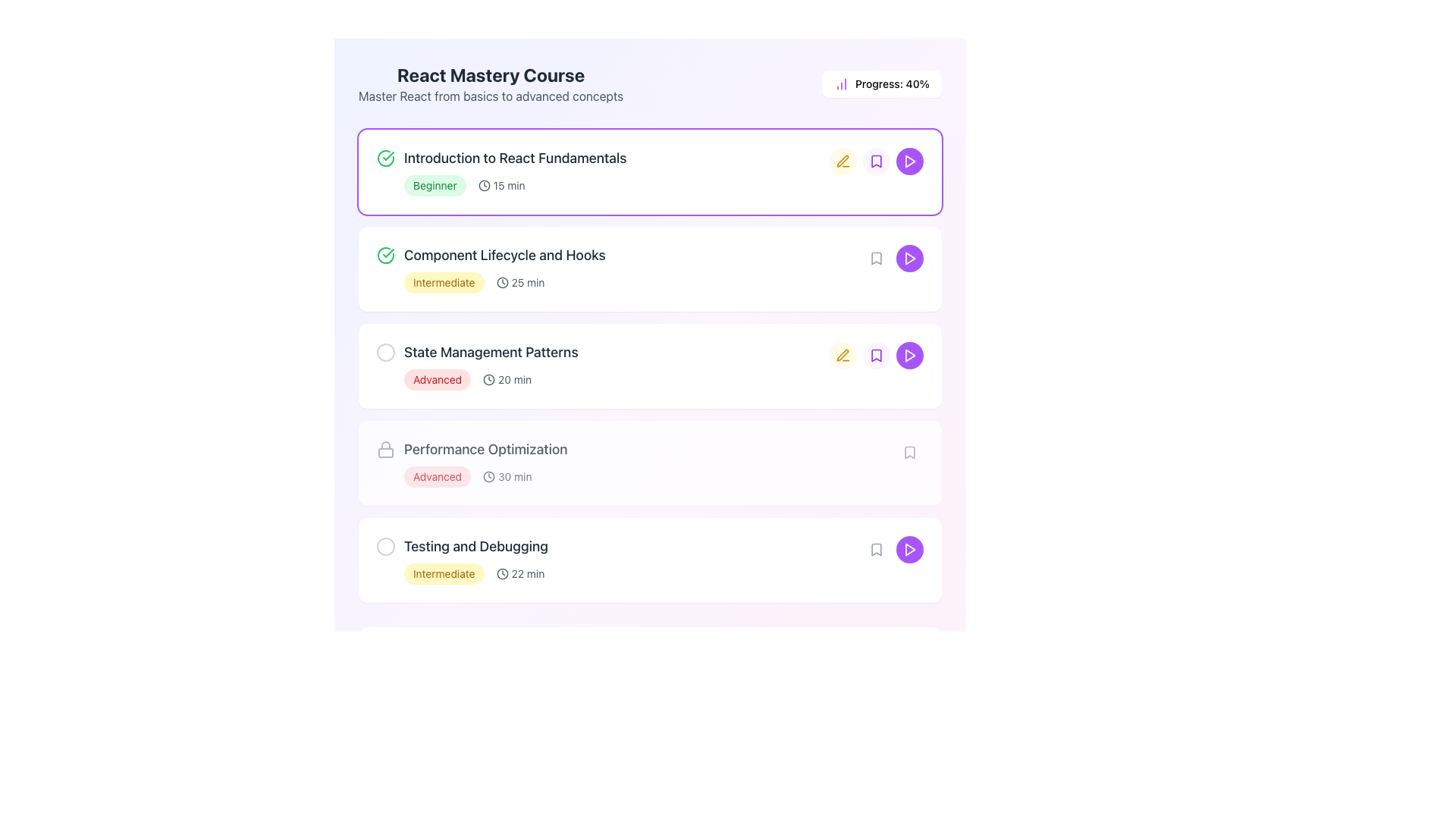 The height and width of the screenshot is (819, 1456). Describe the element at coordinates (507, 379) in the screenshot. I see `the text label with the clock icon indicating '20 min', located under the 'Advanced' badge in the 'State Management Patterns' section` at that location.